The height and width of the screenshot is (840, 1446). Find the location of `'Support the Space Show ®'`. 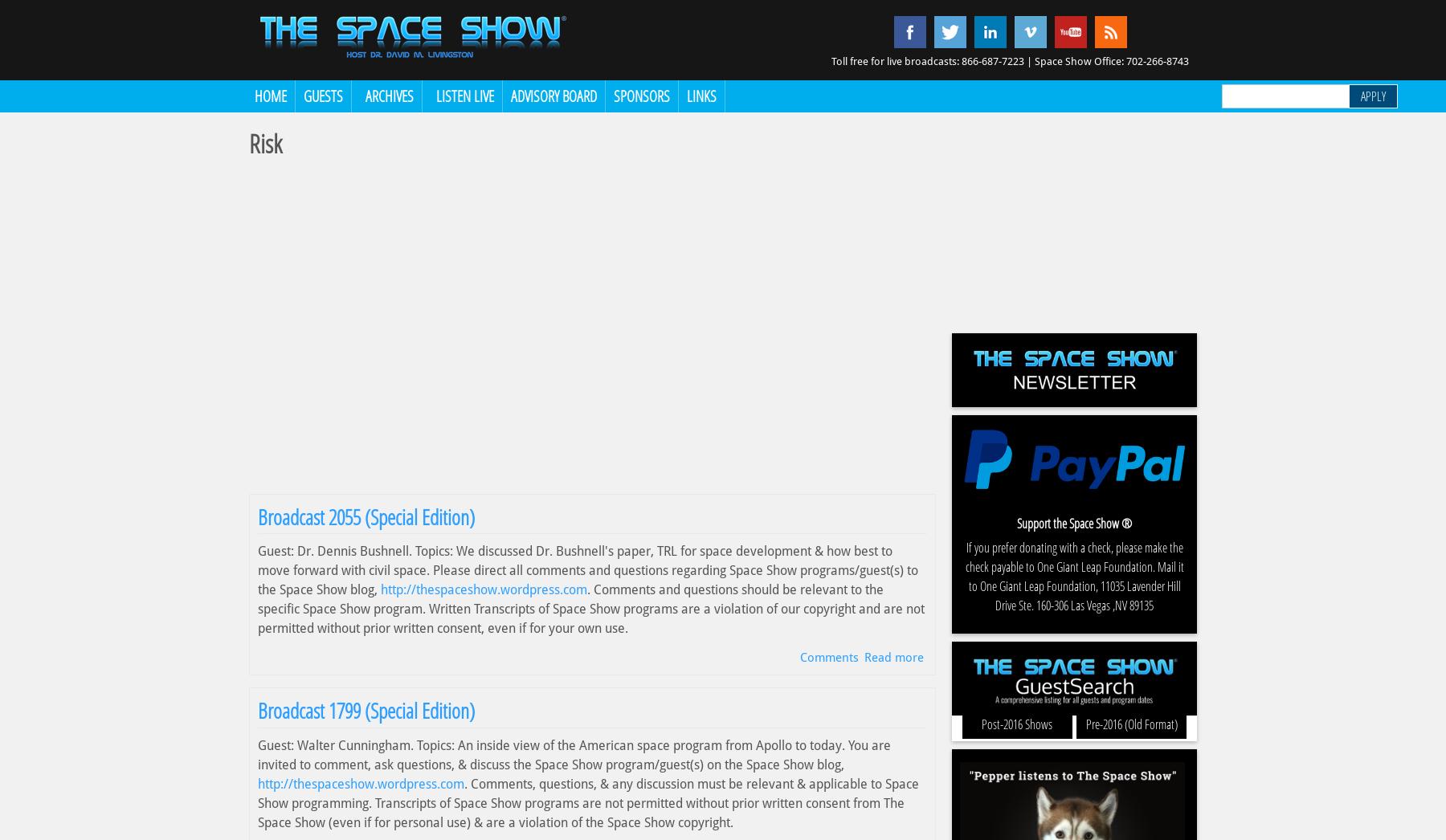

'Support the Space Show ®' is located at coordinates (1074, 522).